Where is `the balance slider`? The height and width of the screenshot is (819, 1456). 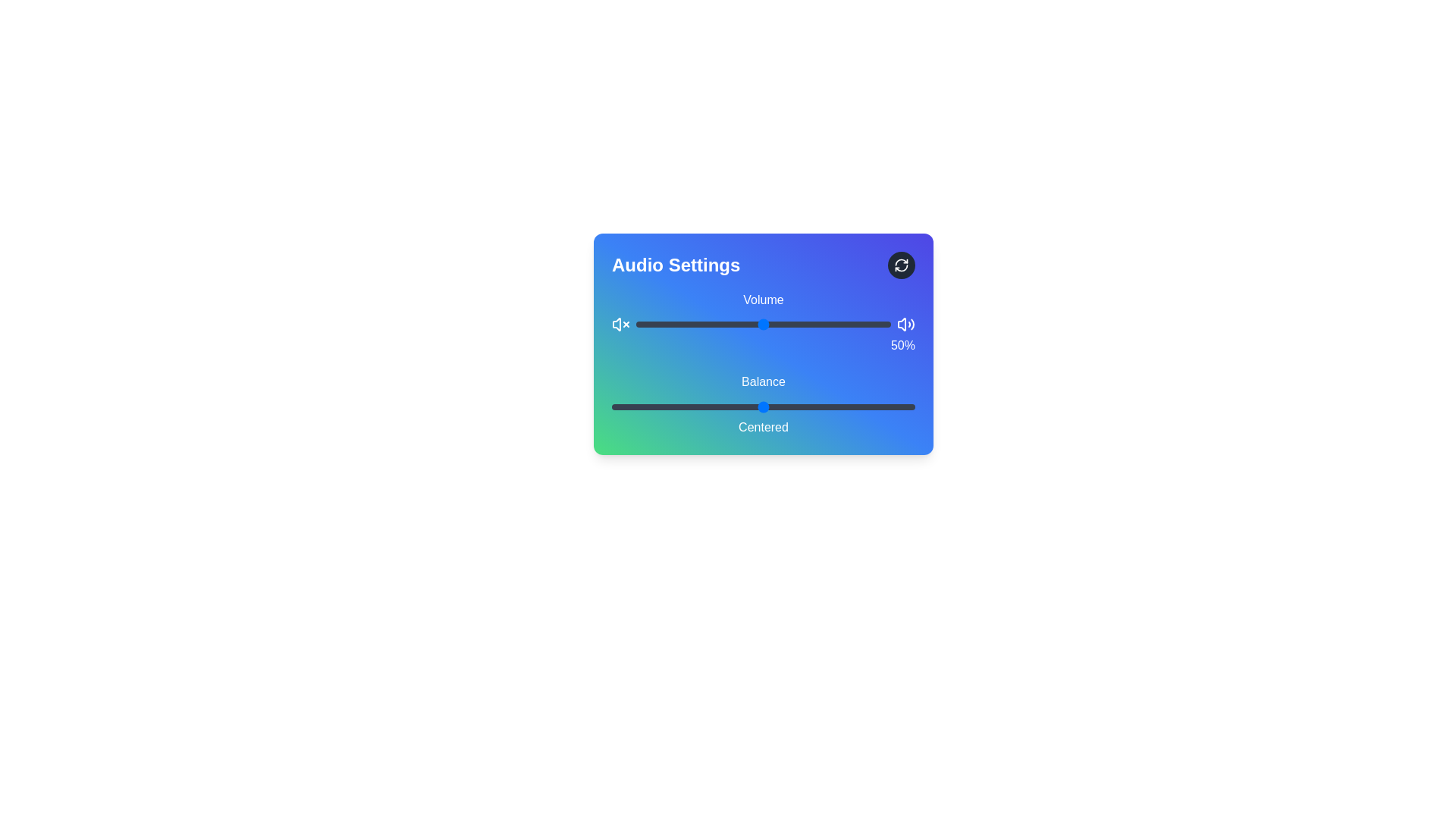
the balance slider is located at coordinates (742, 406).